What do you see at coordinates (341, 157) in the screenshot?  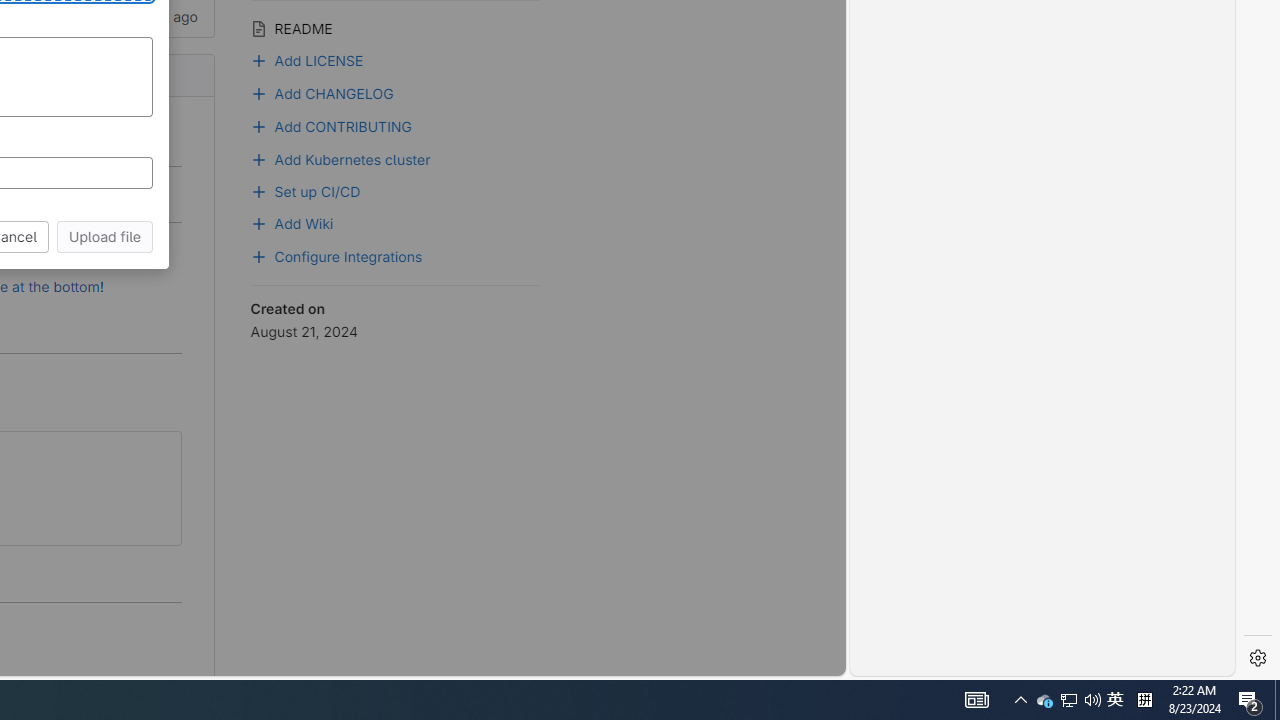 I see `'Add Kubernetes cluster'` at bounding box center [341, 157].